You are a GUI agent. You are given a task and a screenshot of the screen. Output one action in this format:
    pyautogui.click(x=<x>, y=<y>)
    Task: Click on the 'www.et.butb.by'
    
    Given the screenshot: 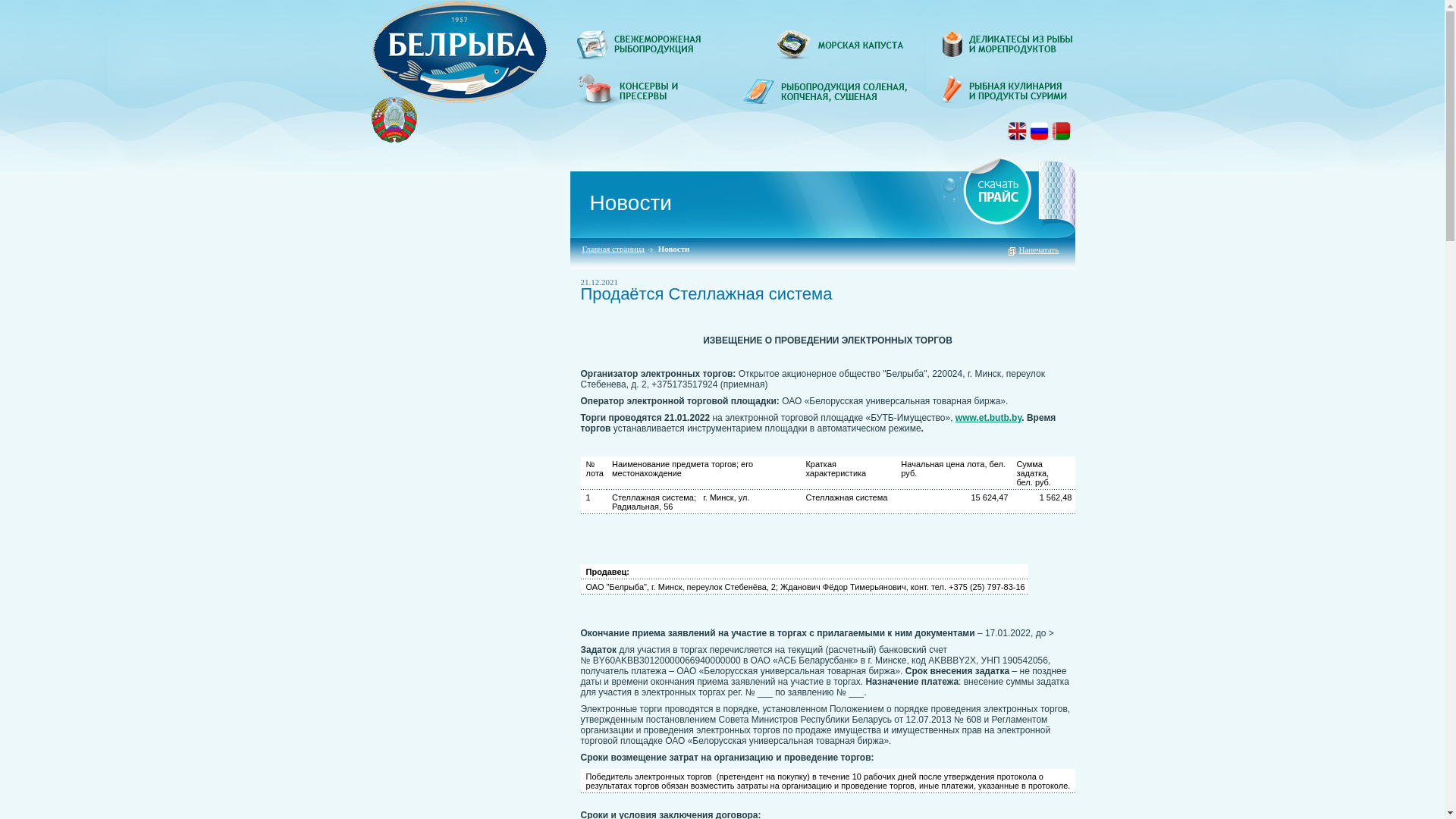 What is the action you would take?
    pyautogui.click(x=988, y=418)
    